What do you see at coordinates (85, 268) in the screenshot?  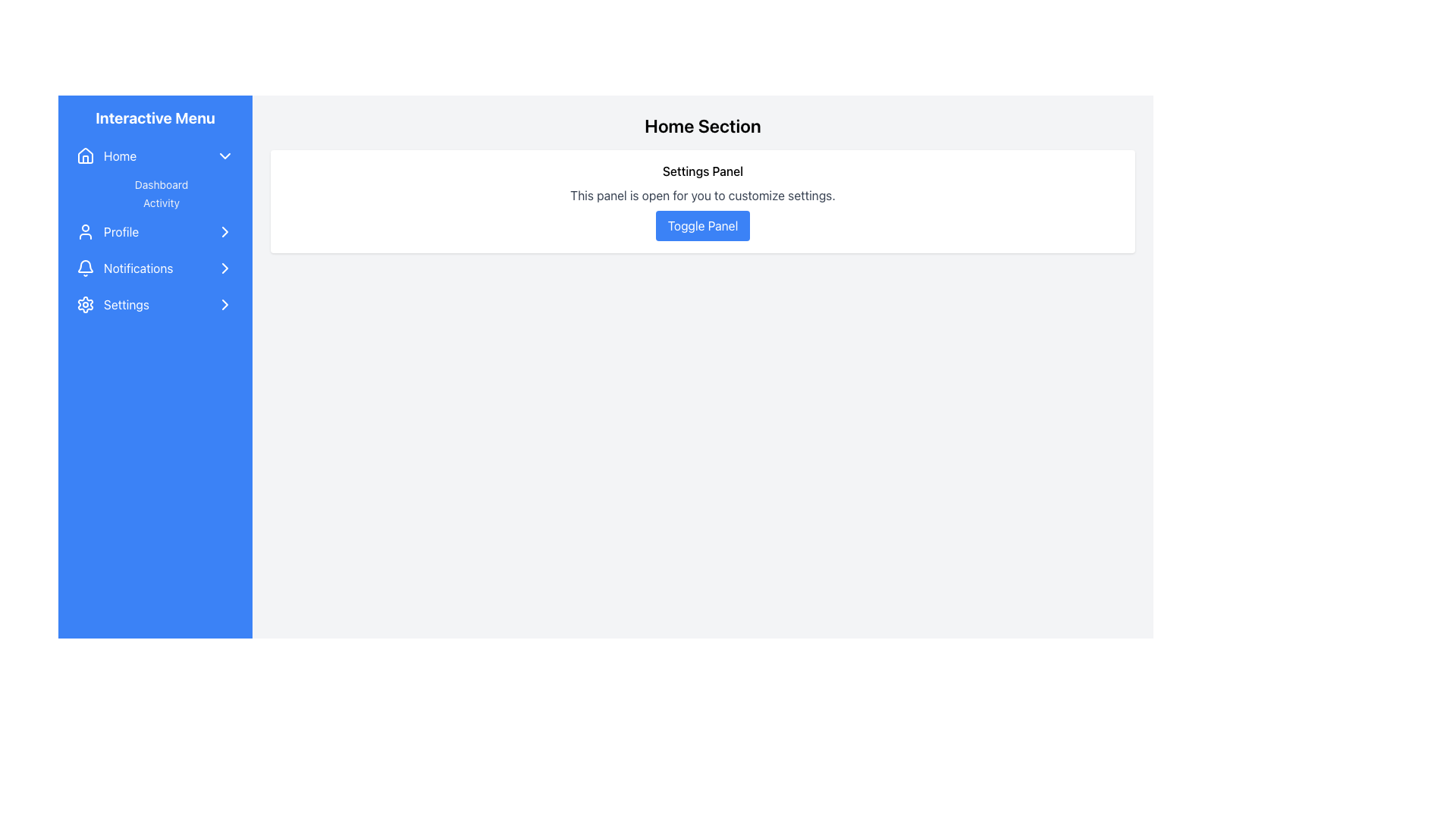 I see `the bell-shaped notification icon located on the left-hand side navigation menu, adjacent to the 'Notifications' text` at bounding box center [85, 268].